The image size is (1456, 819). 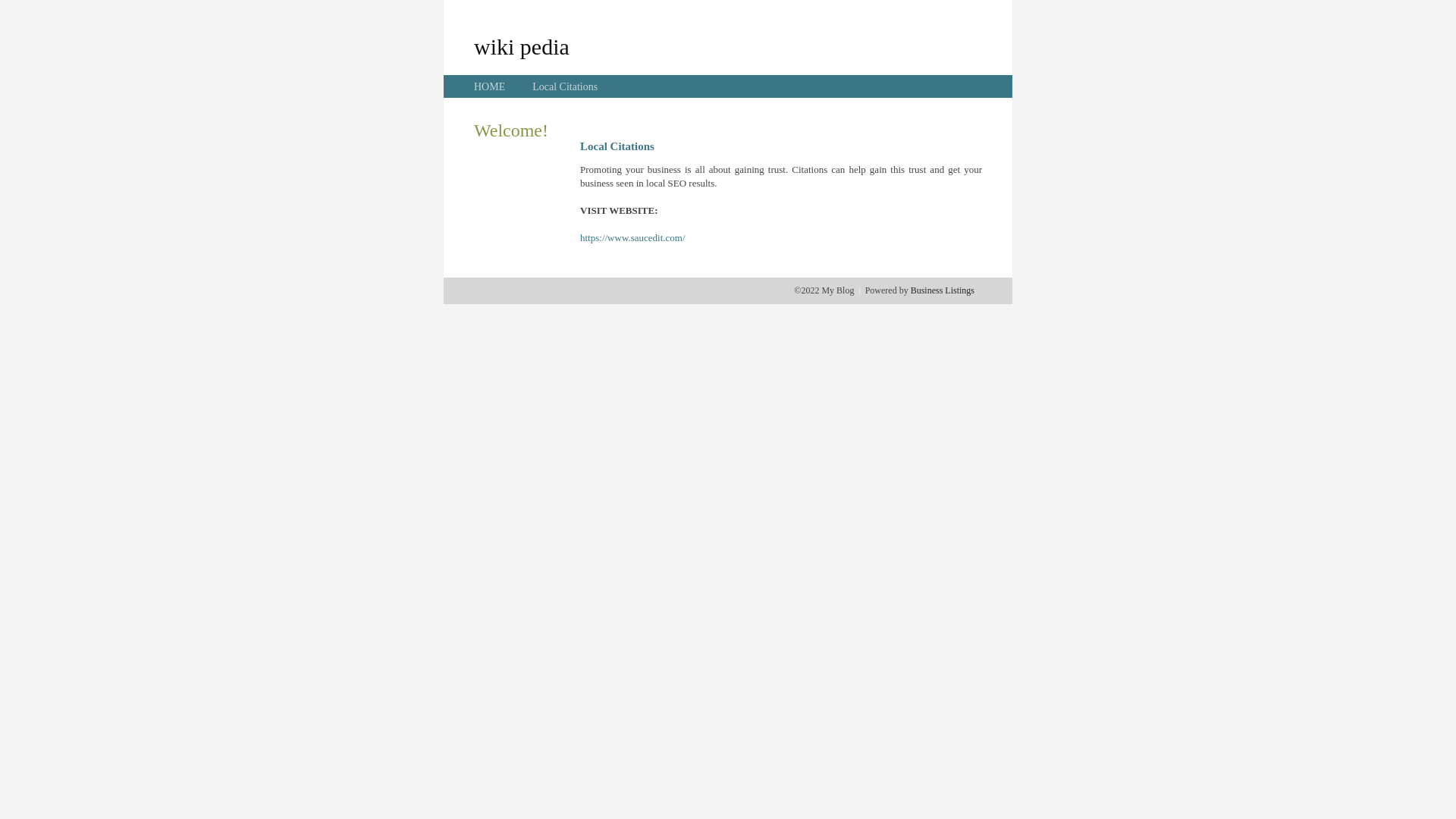 What do you see at coordinates (563, 86) in the screenshot?
I see `'Local Citations'` at bounding box center [563, 86].